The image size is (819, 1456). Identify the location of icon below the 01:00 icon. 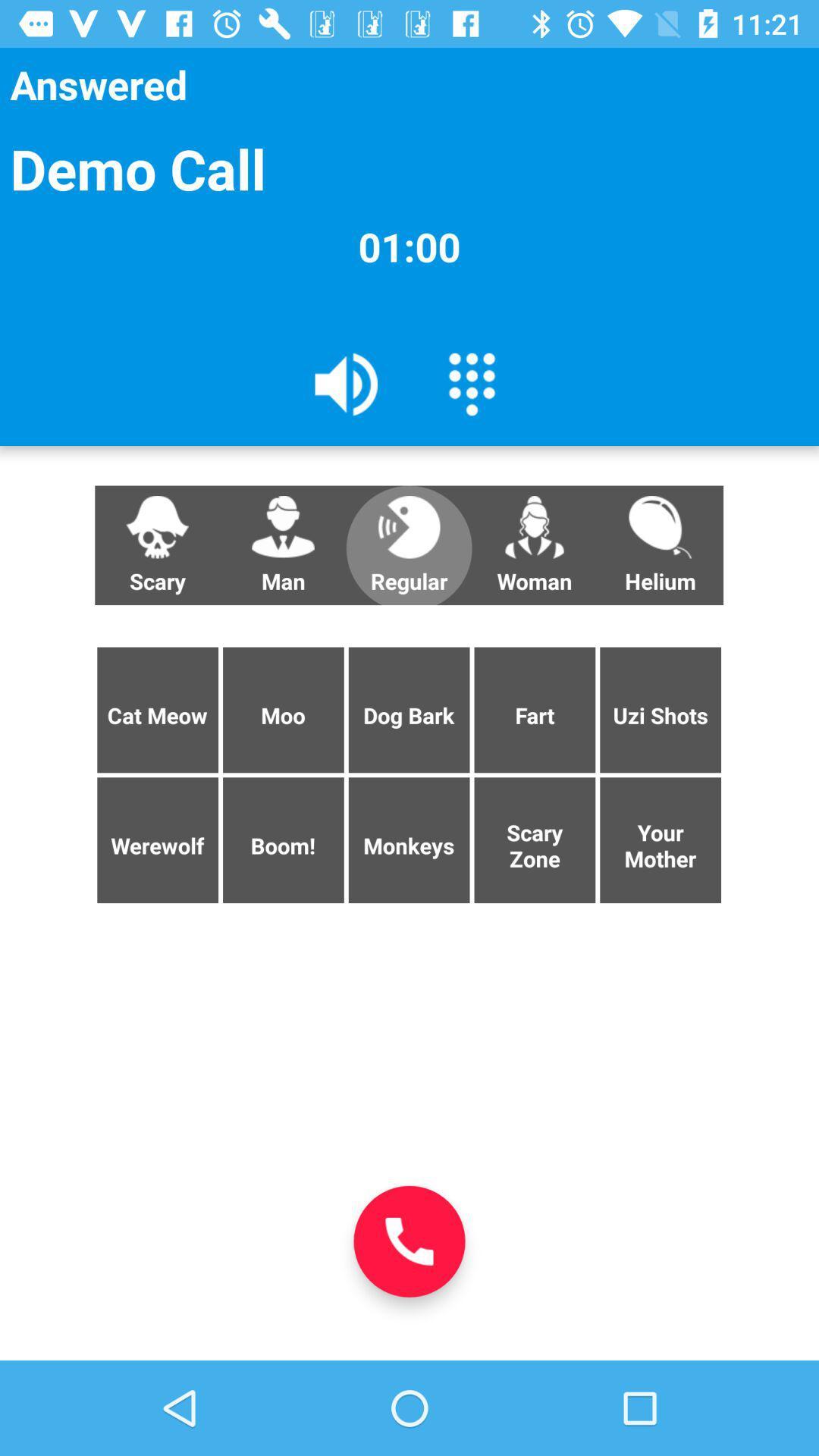
(660, 545).